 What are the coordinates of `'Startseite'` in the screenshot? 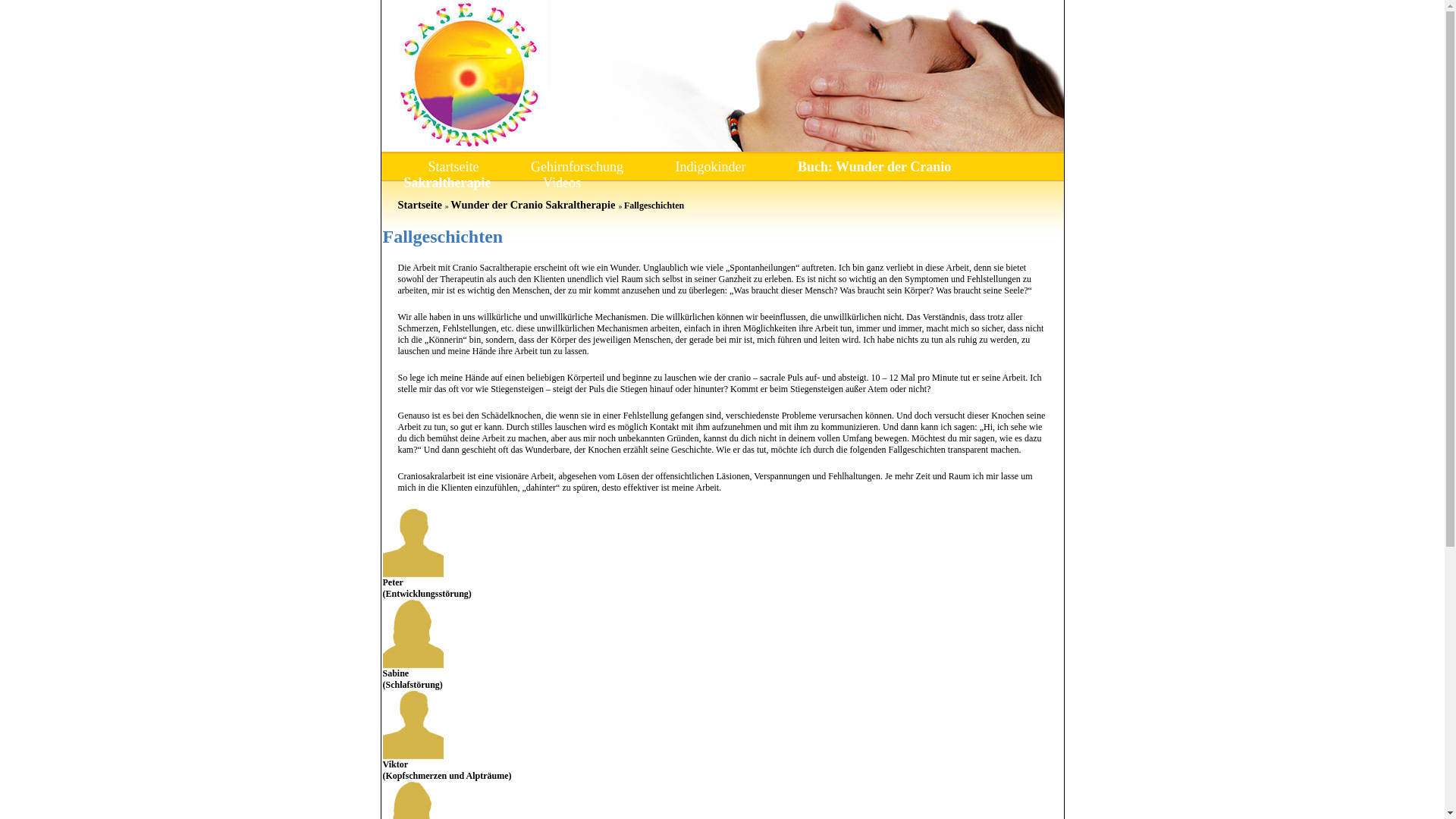 It's located at (419, 205).